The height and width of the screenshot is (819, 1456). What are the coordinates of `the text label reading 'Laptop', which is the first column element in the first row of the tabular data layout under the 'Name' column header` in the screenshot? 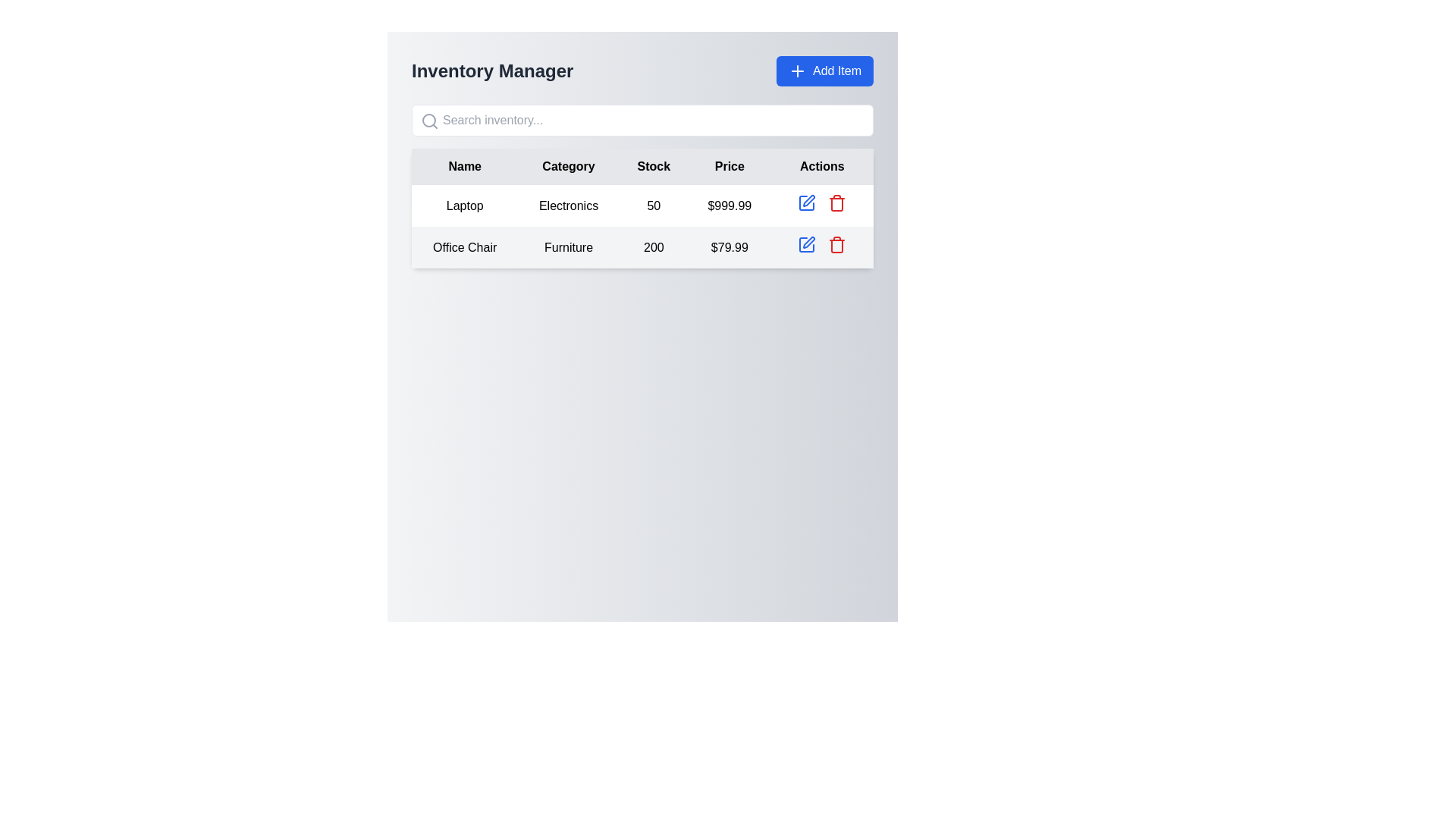 It's located at (464, 206).